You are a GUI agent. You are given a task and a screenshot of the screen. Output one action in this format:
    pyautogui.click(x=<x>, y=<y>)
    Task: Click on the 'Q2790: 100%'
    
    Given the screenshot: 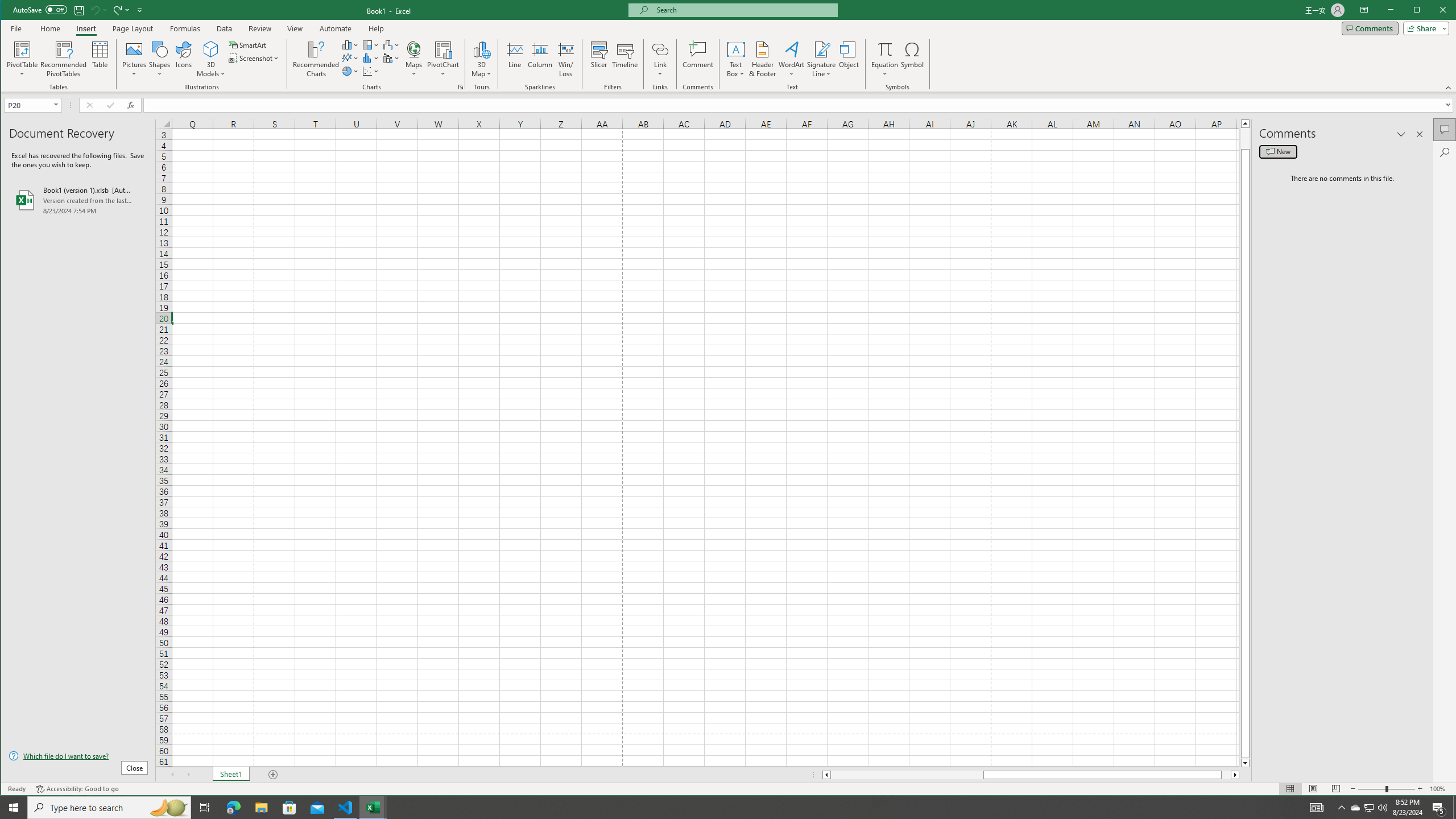 What is the action you would take?
    pyautogui.click(x=1381, y=806)
    